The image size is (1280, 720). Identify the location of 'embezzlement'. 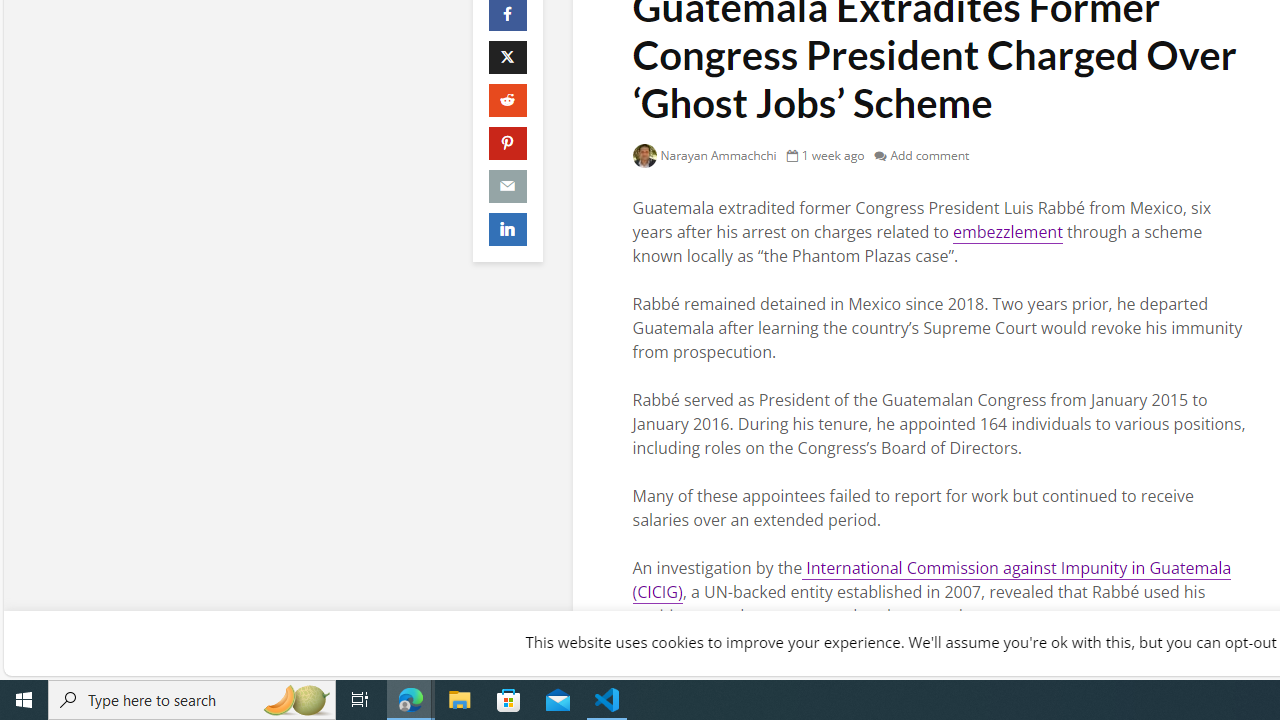
(1007, 231).